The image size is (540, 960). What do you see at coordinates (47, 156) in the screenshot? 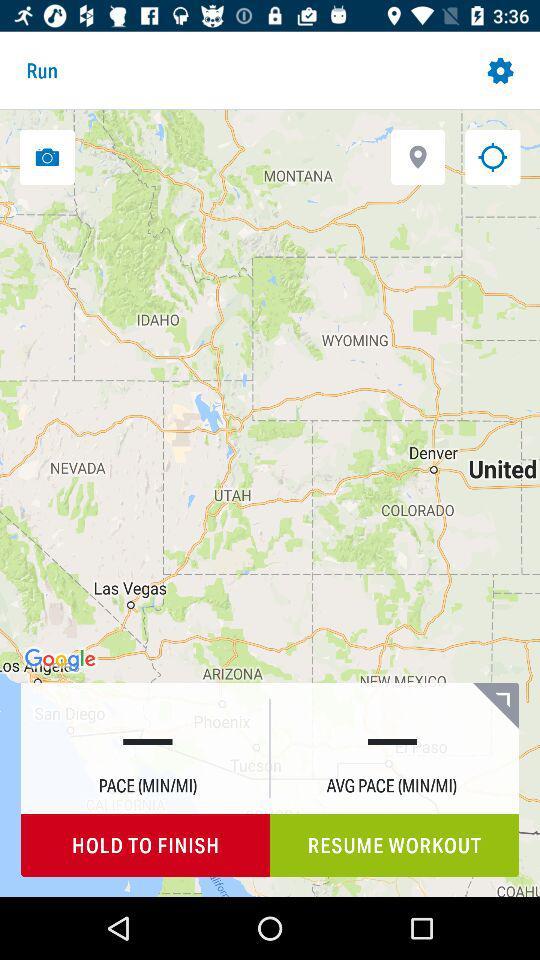
I see `icon at the top left corner` at bounding box center [47, 156].